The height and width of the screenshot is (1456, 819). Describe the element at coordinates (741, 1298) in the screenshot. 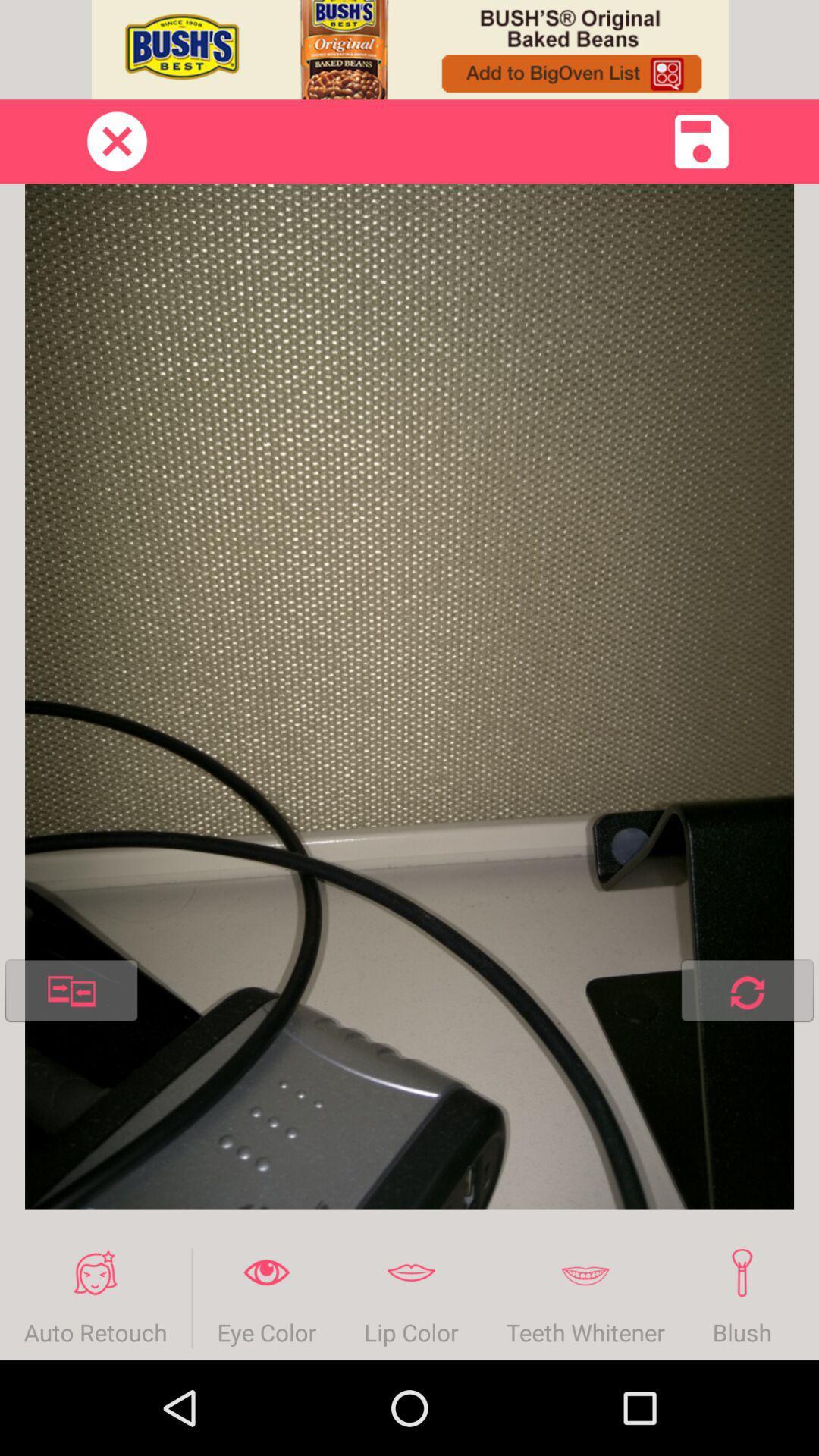

I see `item to the right of the teeth whitener icon` at that location.